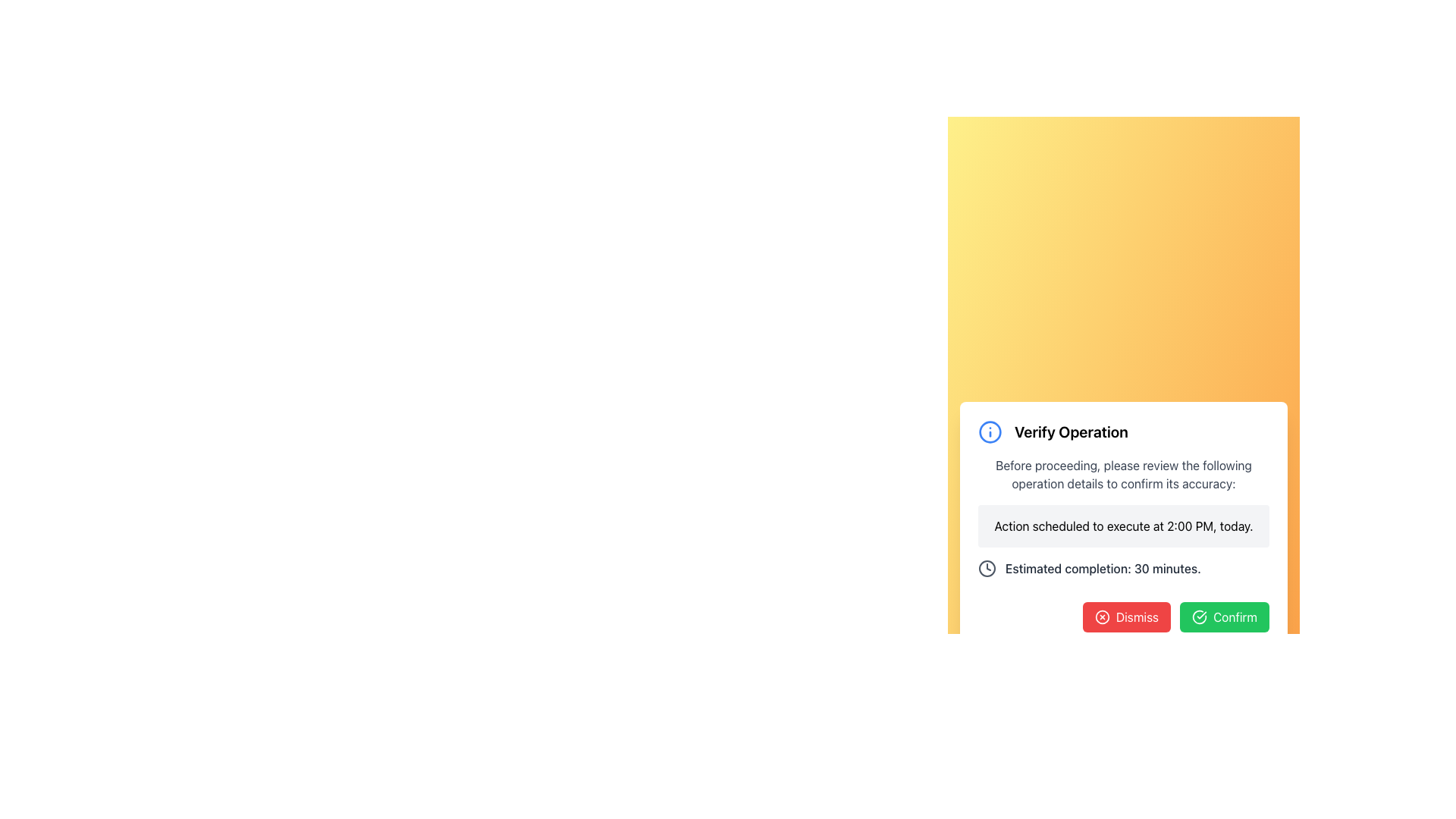 This screenshot has width=1456, height=819. What do you see at coordinates (1126, 617) in the screenshot?
I see `the red rectangular 'Dismiss' button located at the bottom-right corner of the confirmation card` at bounding box center [1126, 617].